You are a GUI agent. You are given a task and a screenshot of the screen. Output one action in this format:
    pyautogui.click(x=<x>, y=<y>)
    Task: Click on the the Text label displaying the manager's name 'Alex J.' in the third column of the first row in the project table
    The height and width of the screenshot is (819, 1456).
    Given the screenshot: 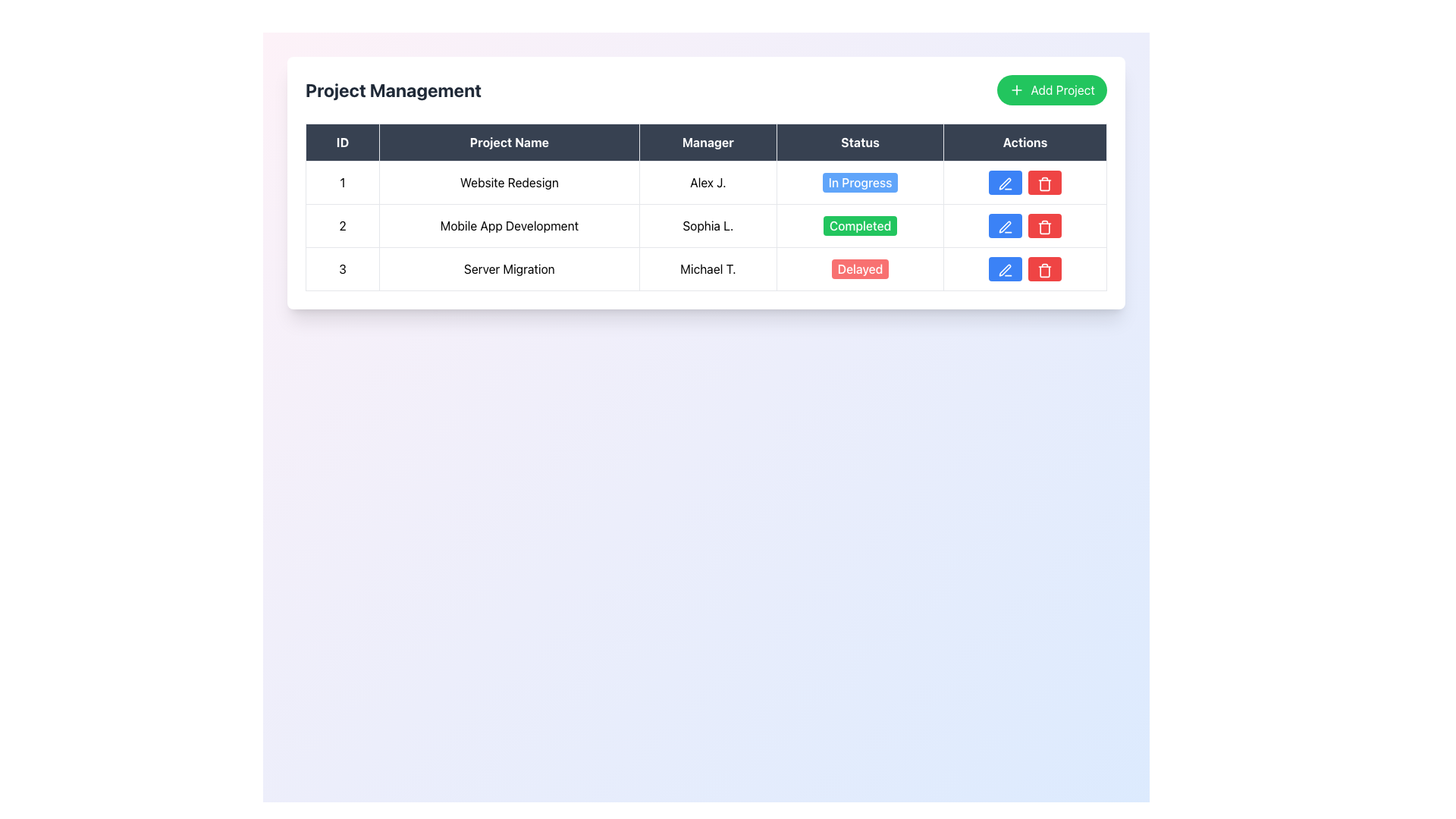 What is the action you would take?
    pyautogui.click(x=707, y=181)
    